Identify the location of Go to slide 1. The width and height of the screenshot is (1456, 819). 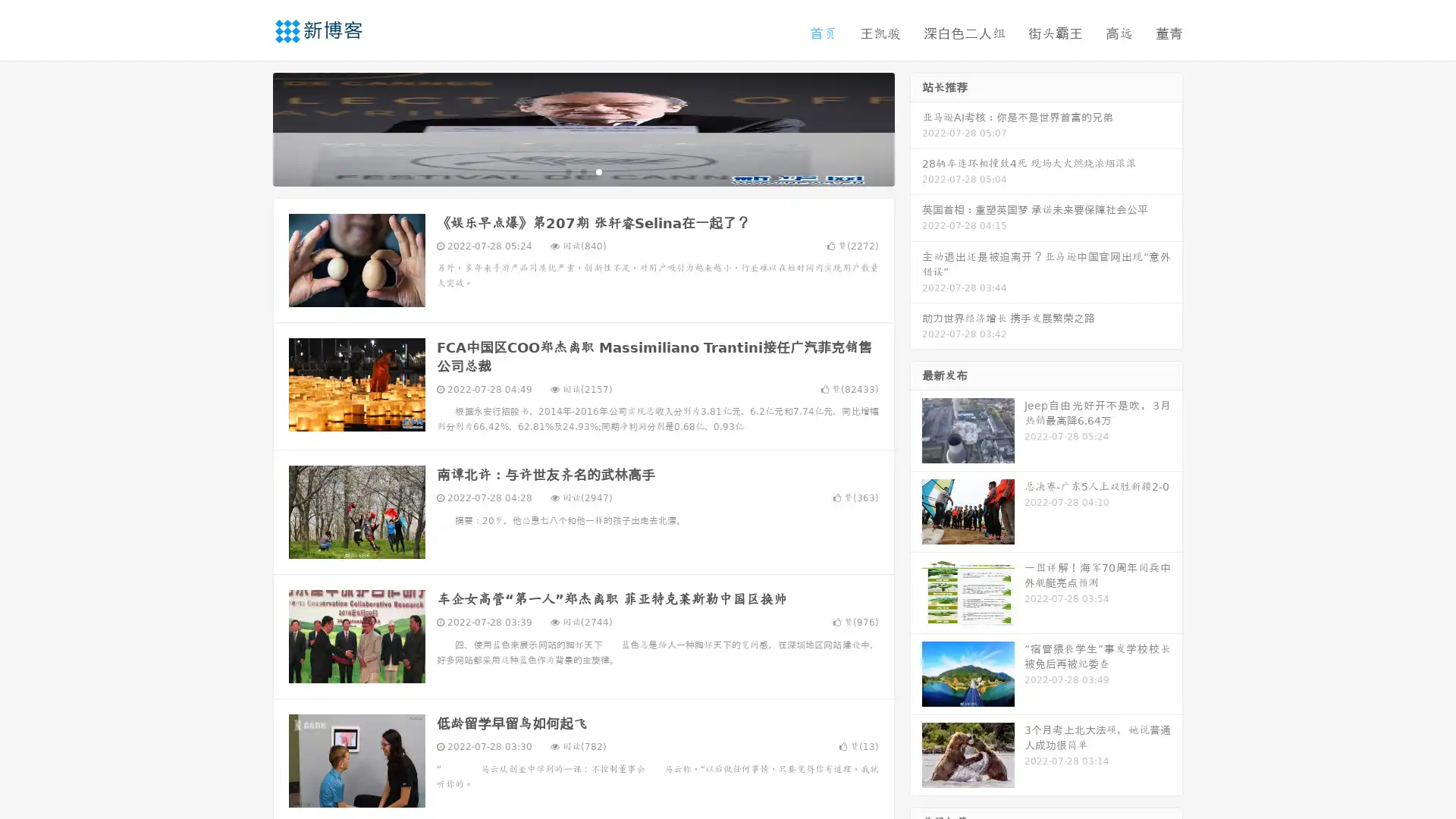
(567, 171).